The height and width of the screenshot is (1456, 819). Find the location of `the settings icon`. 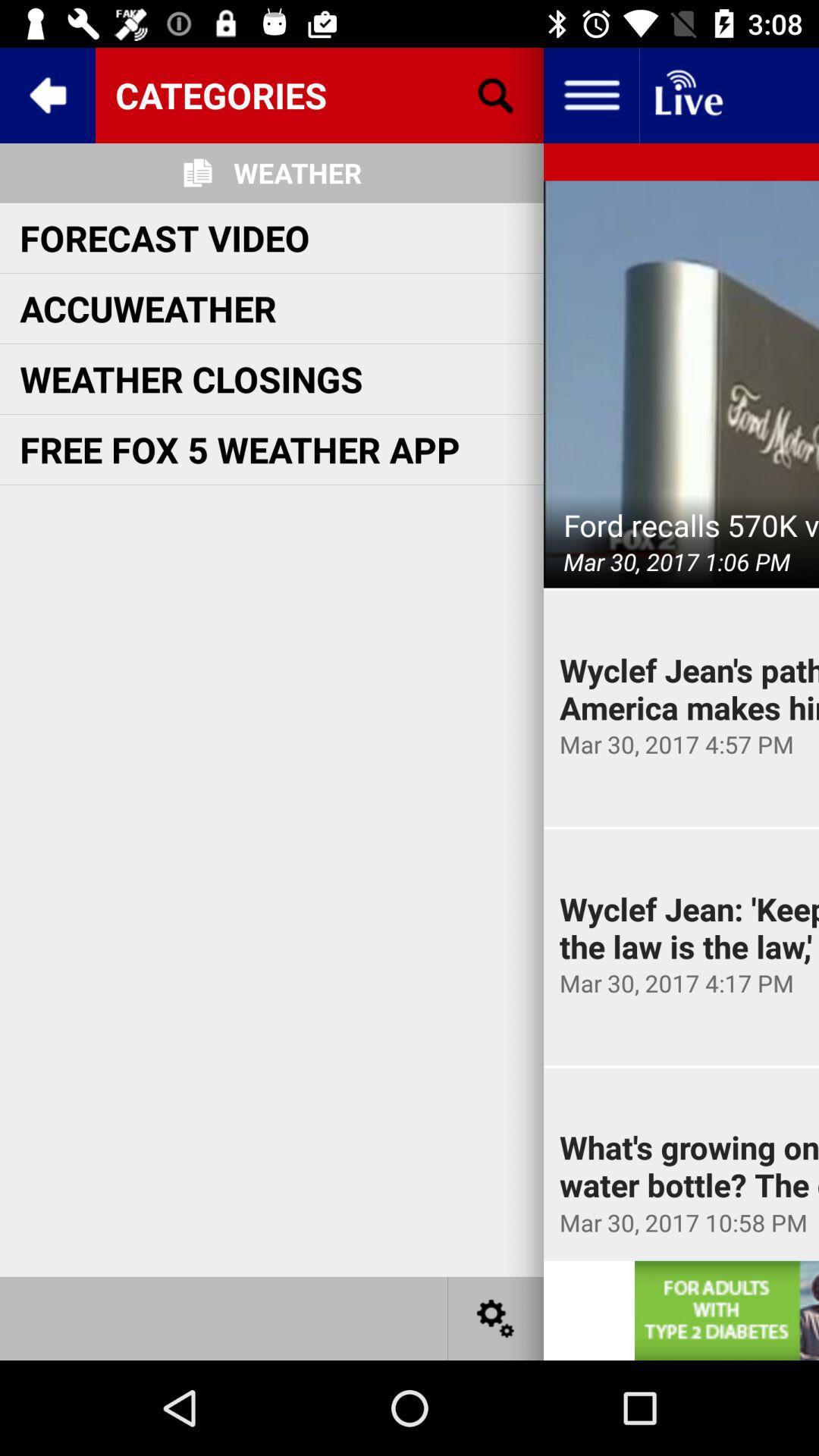

the settings icon is located at coordinates (496, 1317).